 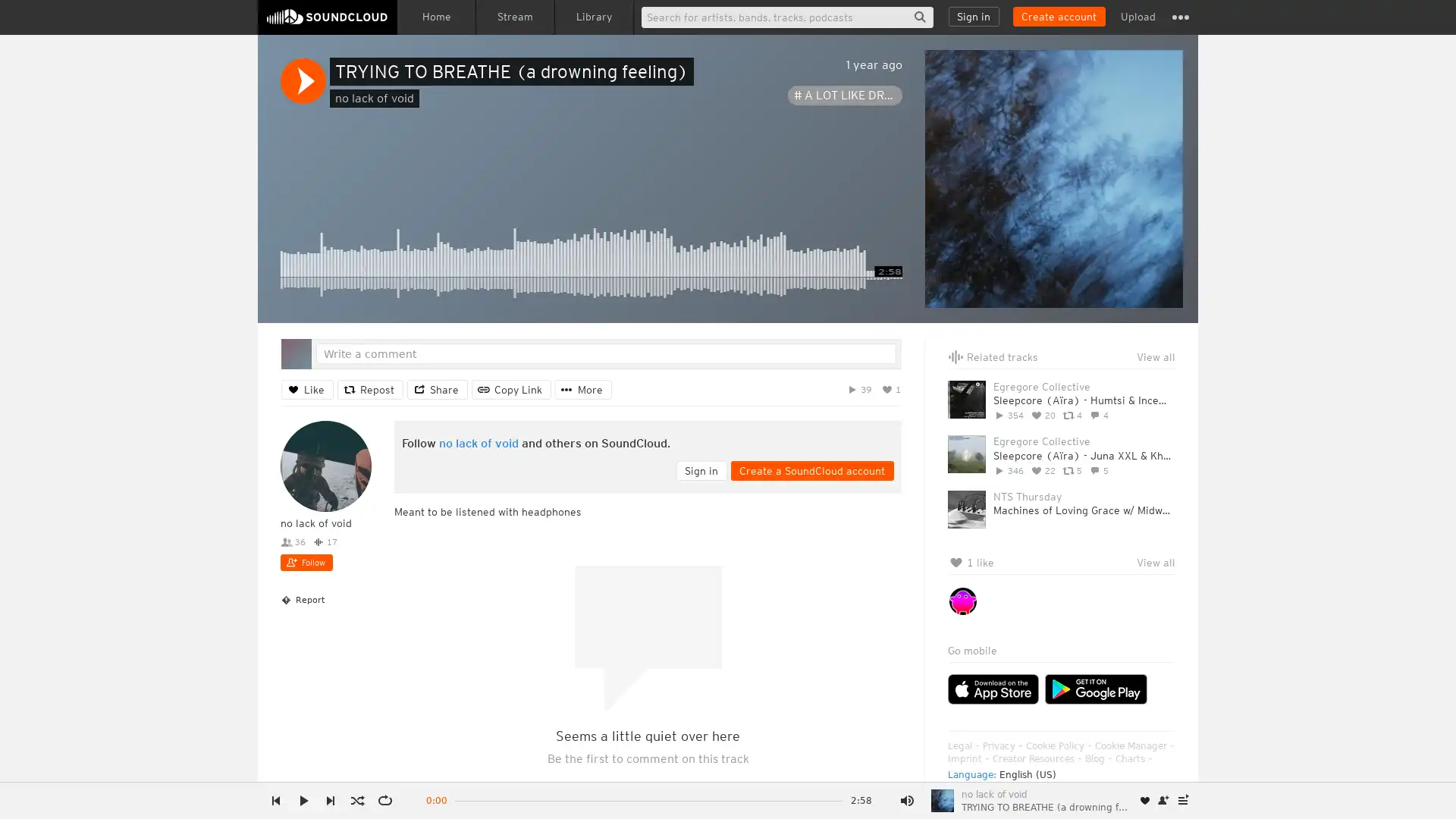 What do you see at coordinates (303, 81) in the screenshot?
I see `Play` at bounding box center [303, 81].